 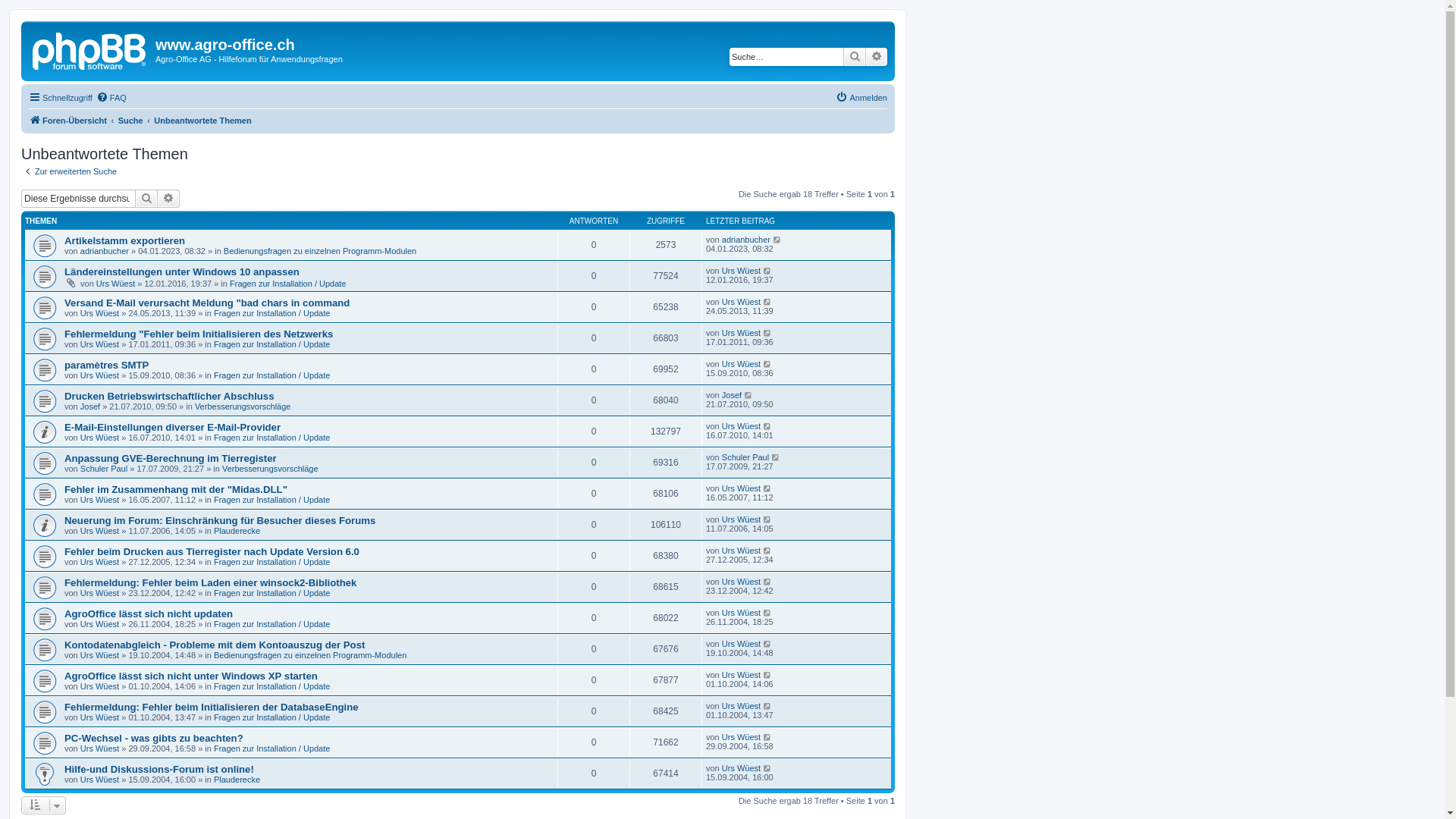 What do you see at coordinates (124, 240) in the screenshot?
I see `'Artikelstamm exportieren'` at bounding box center [124, 240].